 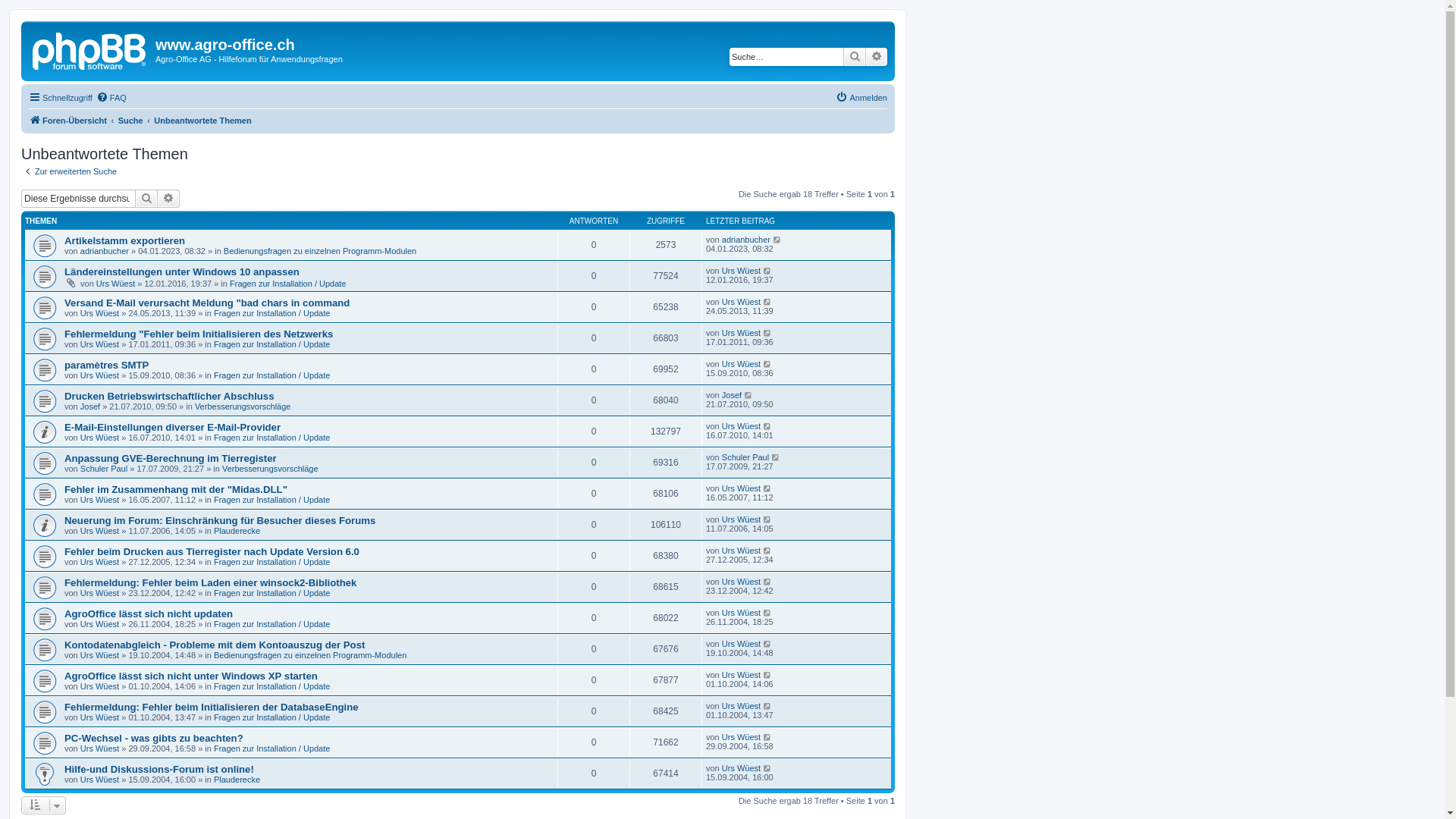 What do you see at coordinates (124, 240) in the screenshot?
I see `'Artikelstamm exportieren'` at bounding box center [124, 240].